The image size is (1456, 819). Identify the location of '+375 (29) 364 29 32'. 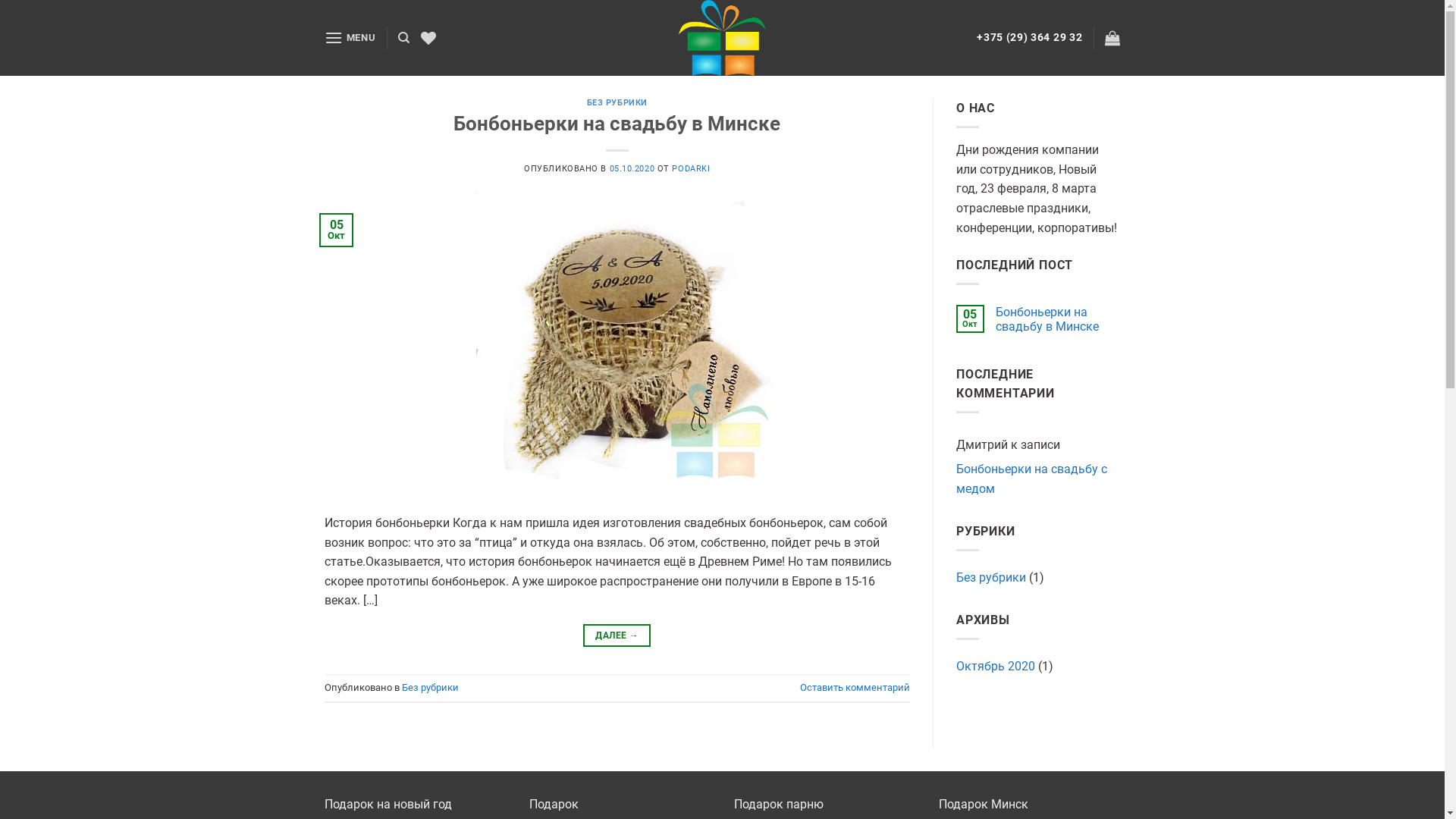
(976, 36).